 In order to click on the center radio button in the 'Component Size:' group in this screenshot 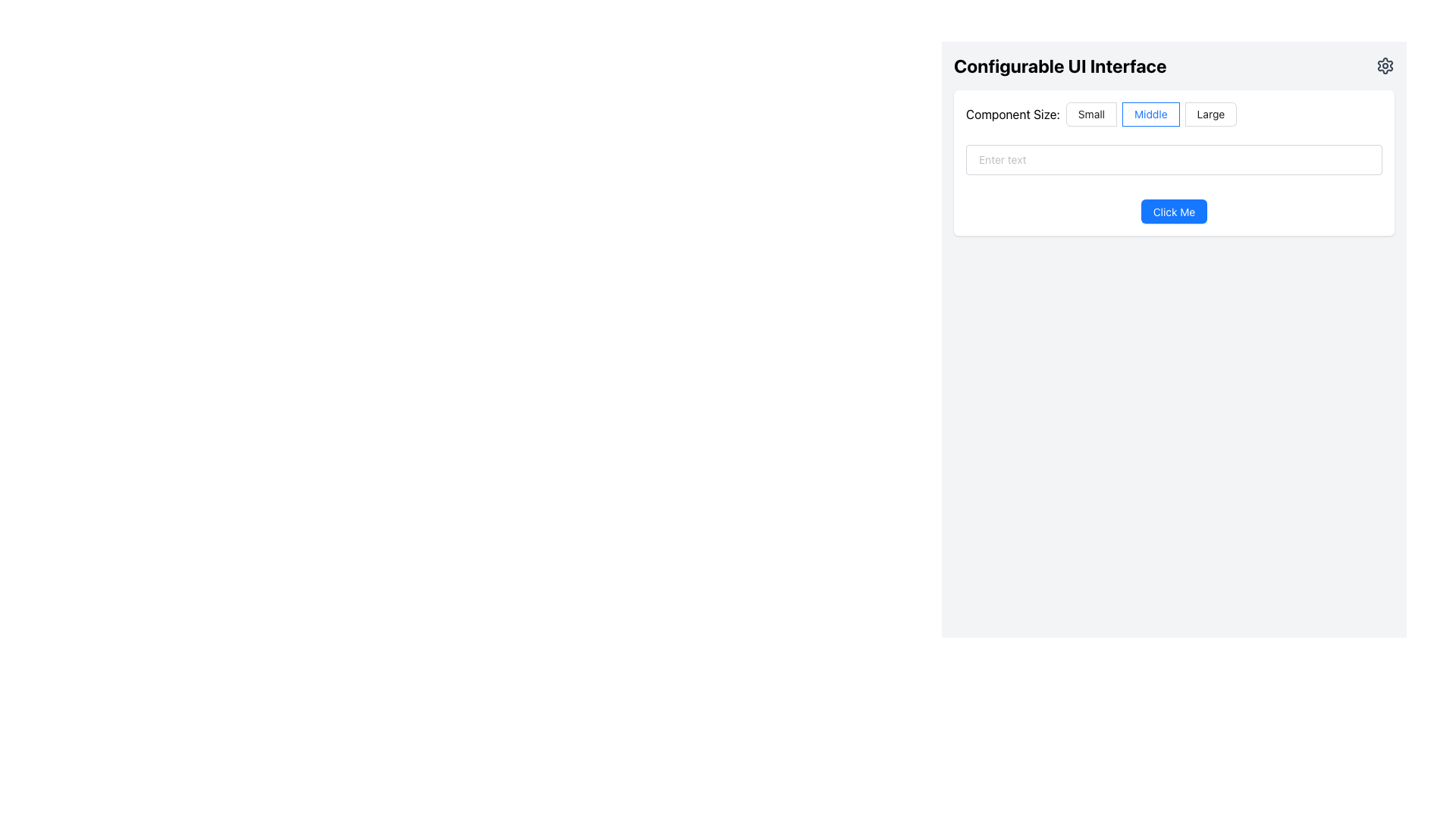, I will do `click(1151, 113)`.